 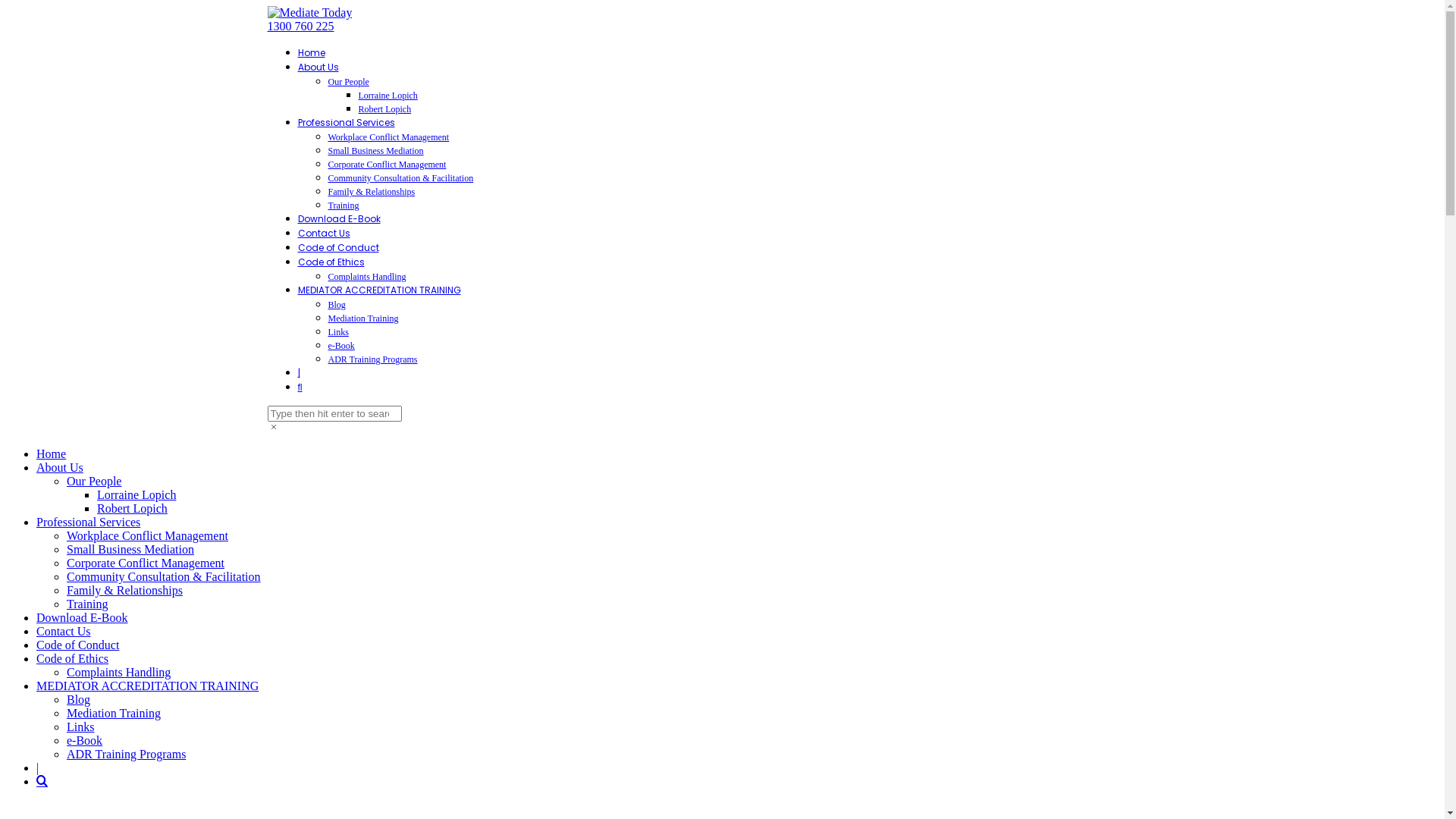 I want to click on 'Professional Services', so click(x=345, y=121).